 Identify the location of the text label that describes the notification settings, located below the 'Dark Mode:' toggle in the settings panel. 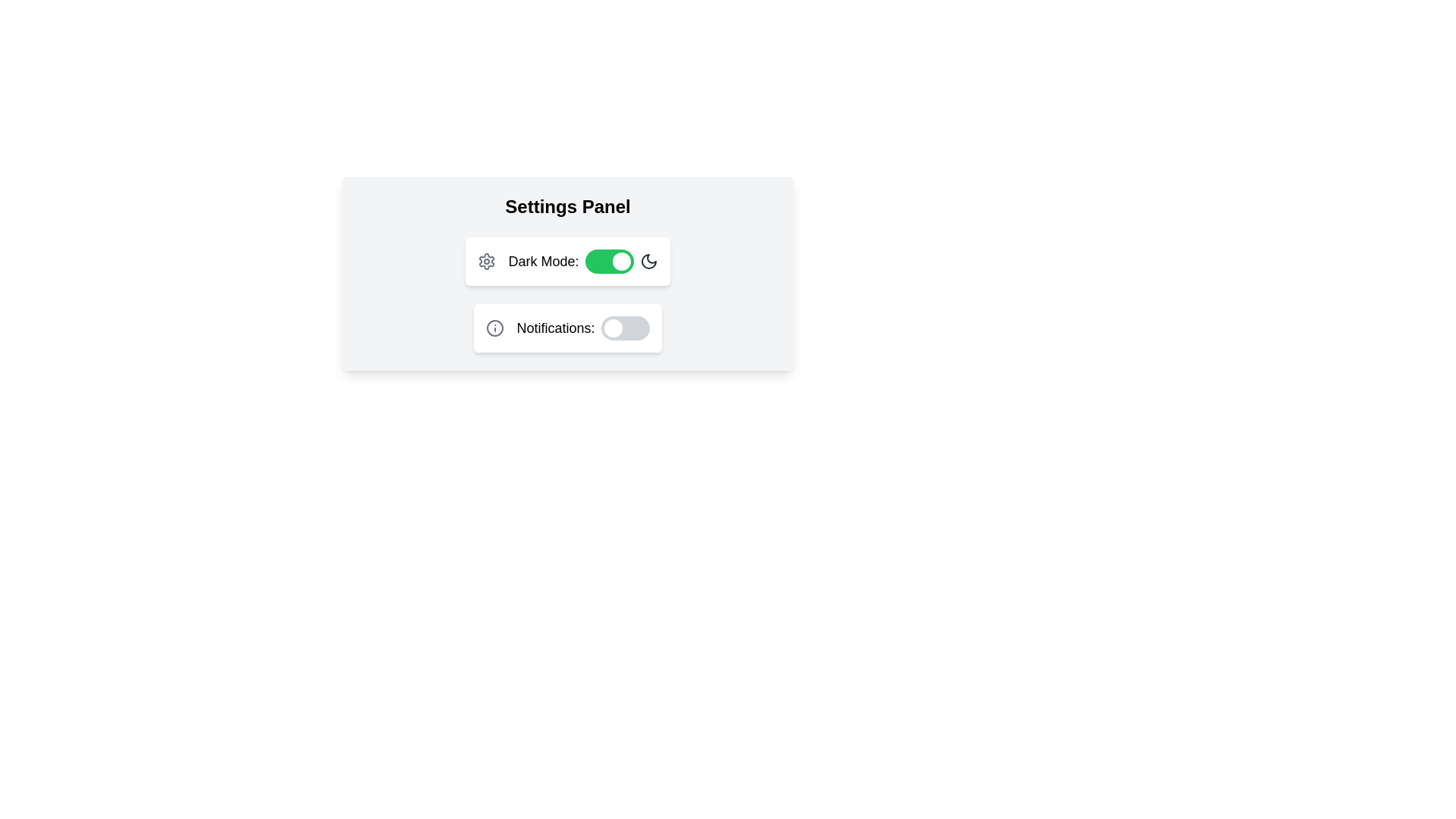
(555, 327).